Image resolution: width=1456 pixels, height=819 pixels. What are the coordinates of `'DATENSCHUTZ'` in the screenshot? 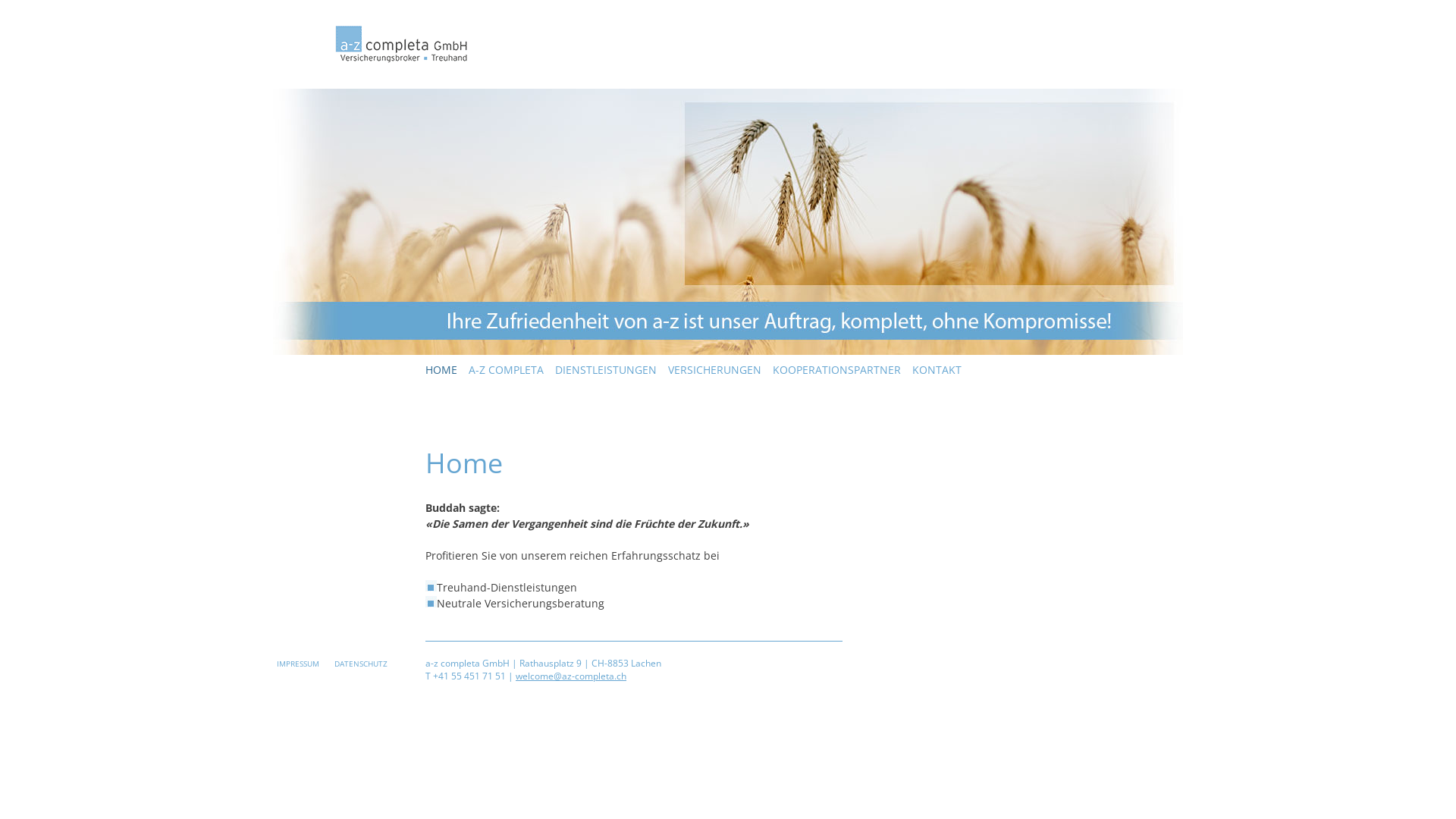 It's located at (364, 663).